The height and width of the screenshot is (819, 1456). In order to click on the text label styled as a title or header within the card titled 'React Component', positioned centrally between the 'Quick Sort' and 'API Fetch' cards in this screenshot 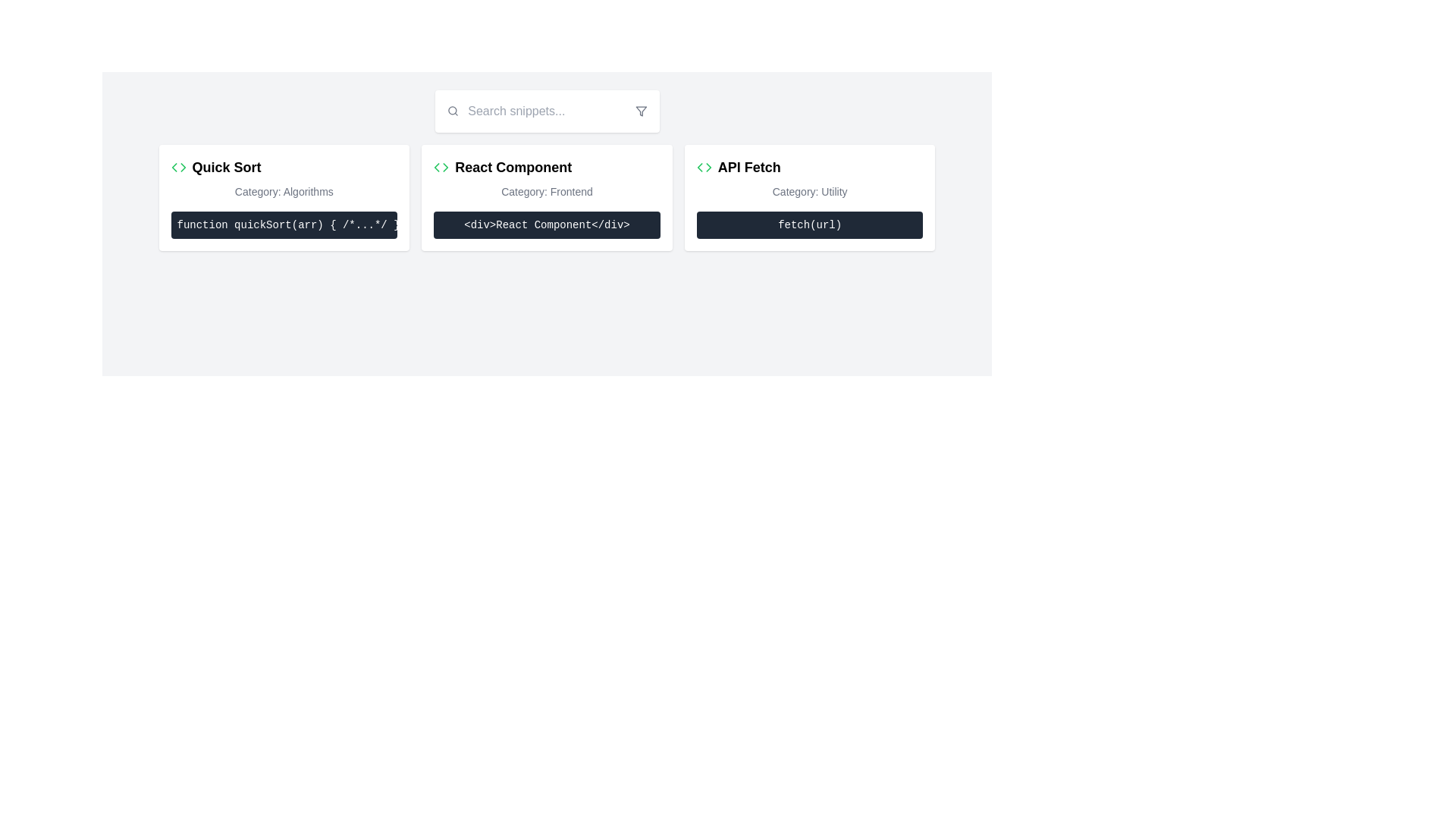, I will do `click(513, 167)`.